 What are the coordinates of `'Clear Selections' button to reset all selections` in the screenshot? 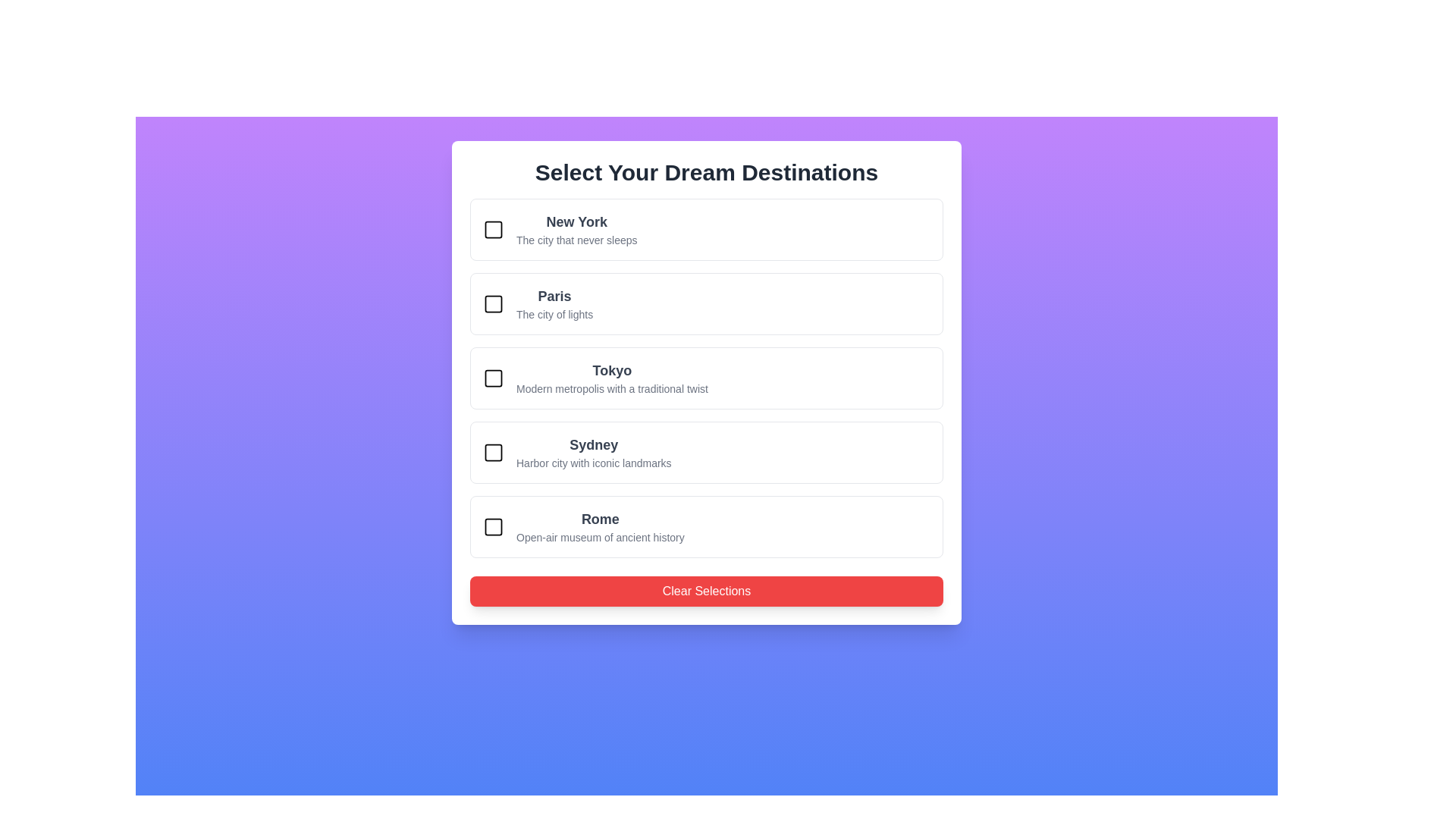 It's located at (705, 590).